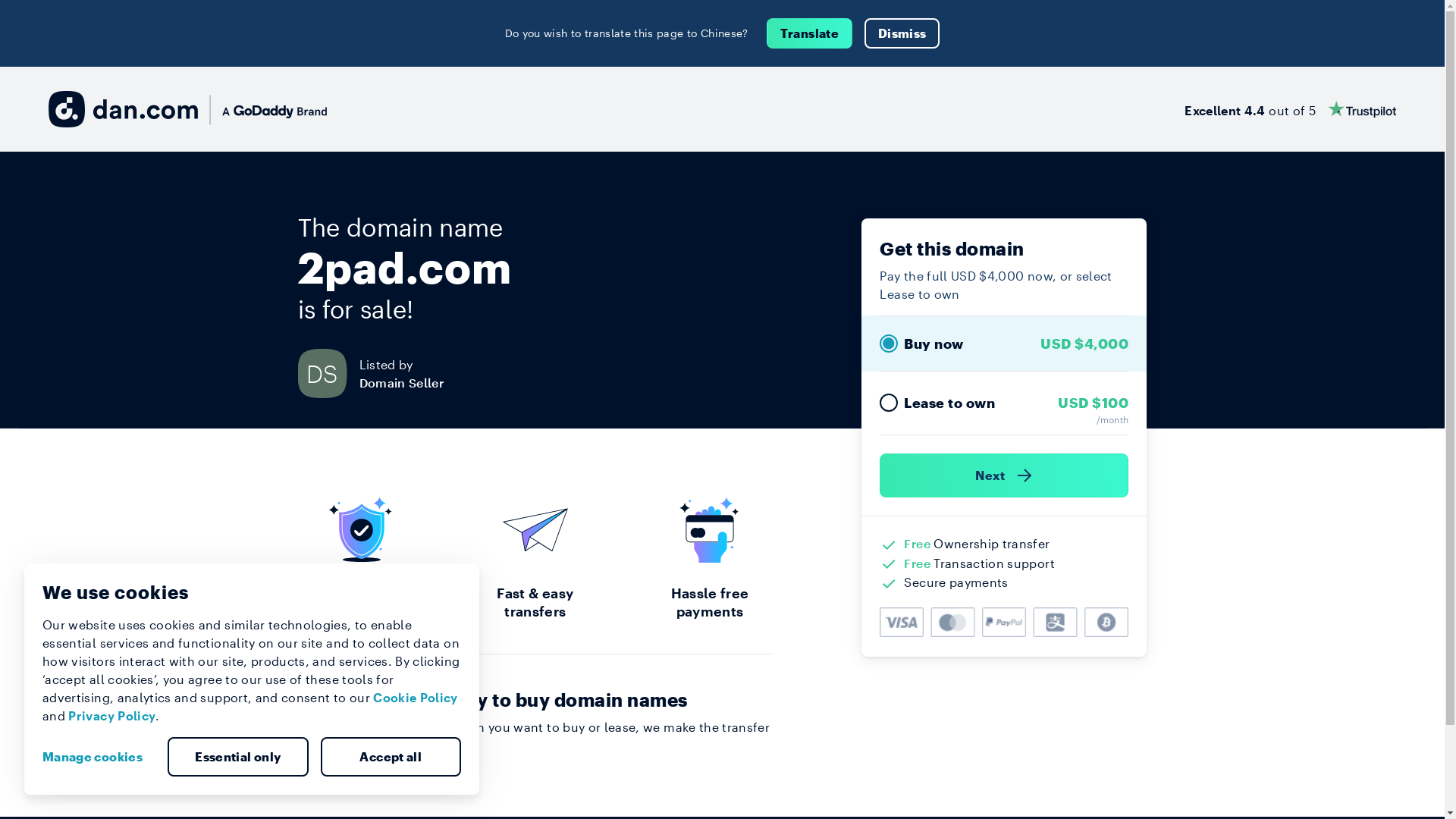 This screenshot has height=819, width=1456. What do you see at coordinates (111, 715) in the screenshot?
I see `'Privacy Policy'` at bounding box center [111, 715].